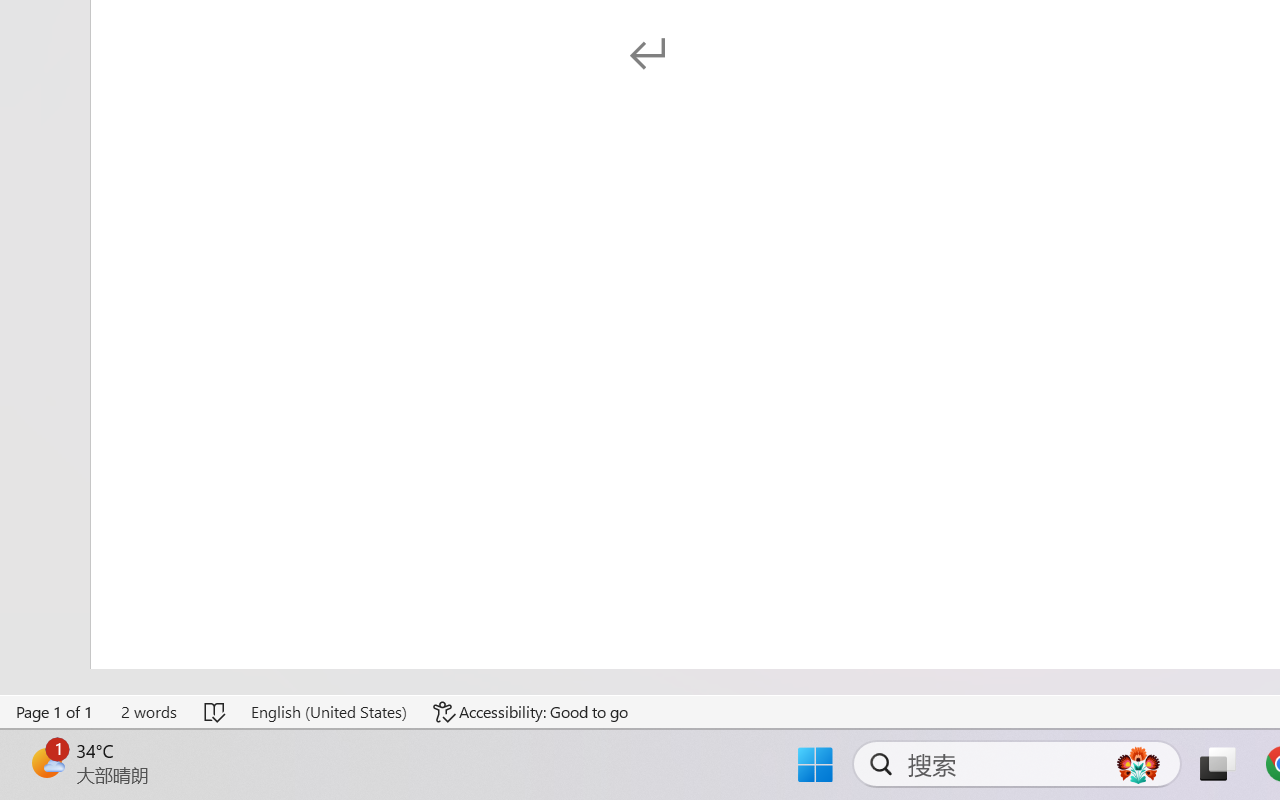  Describe the element at coordinates (55, 711) in the screenshot. I see `'Page Number Page 1 of 1'` at that location.